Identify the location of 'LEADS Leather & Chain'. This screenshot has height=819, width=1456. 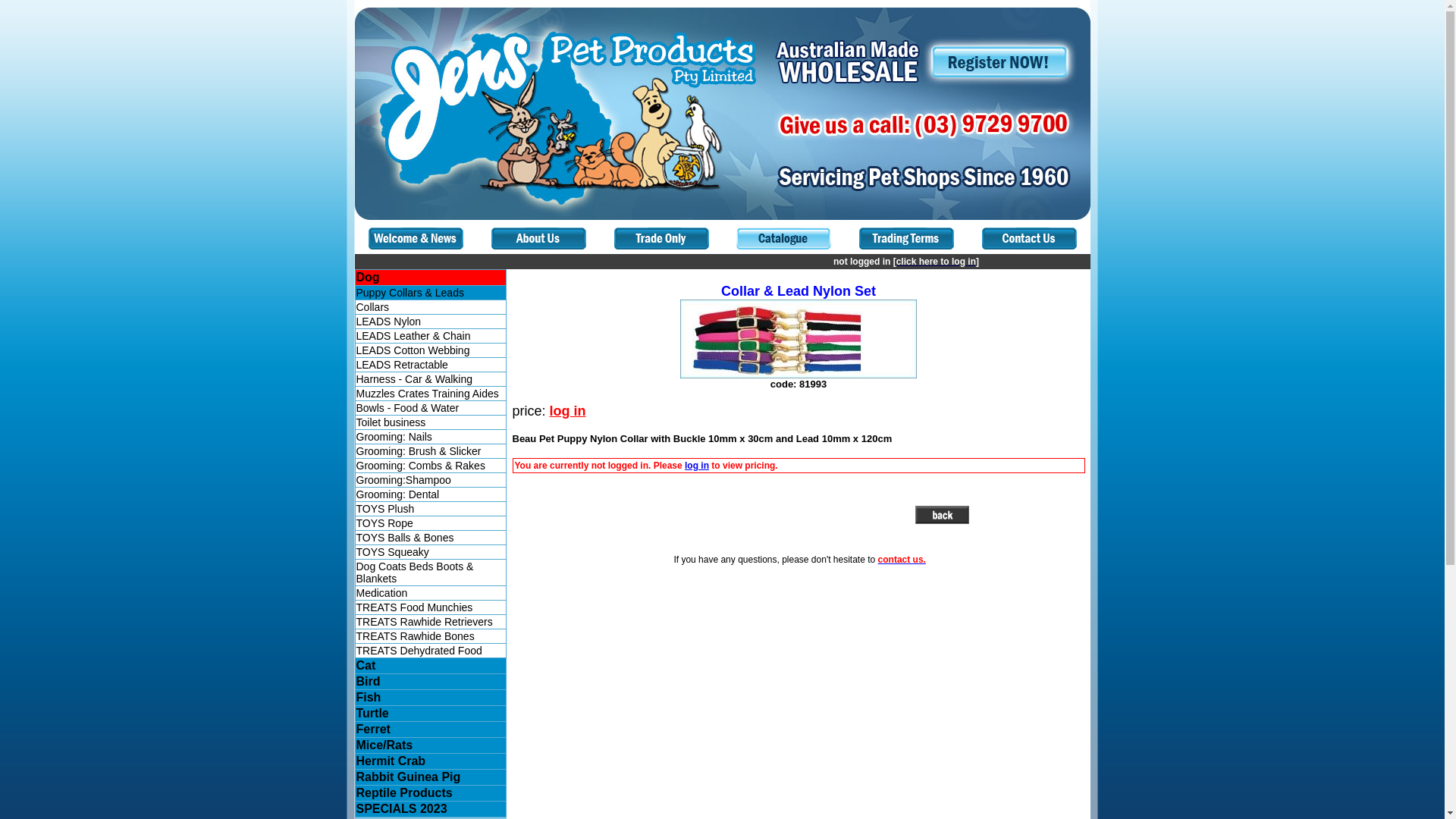
(428, 335).